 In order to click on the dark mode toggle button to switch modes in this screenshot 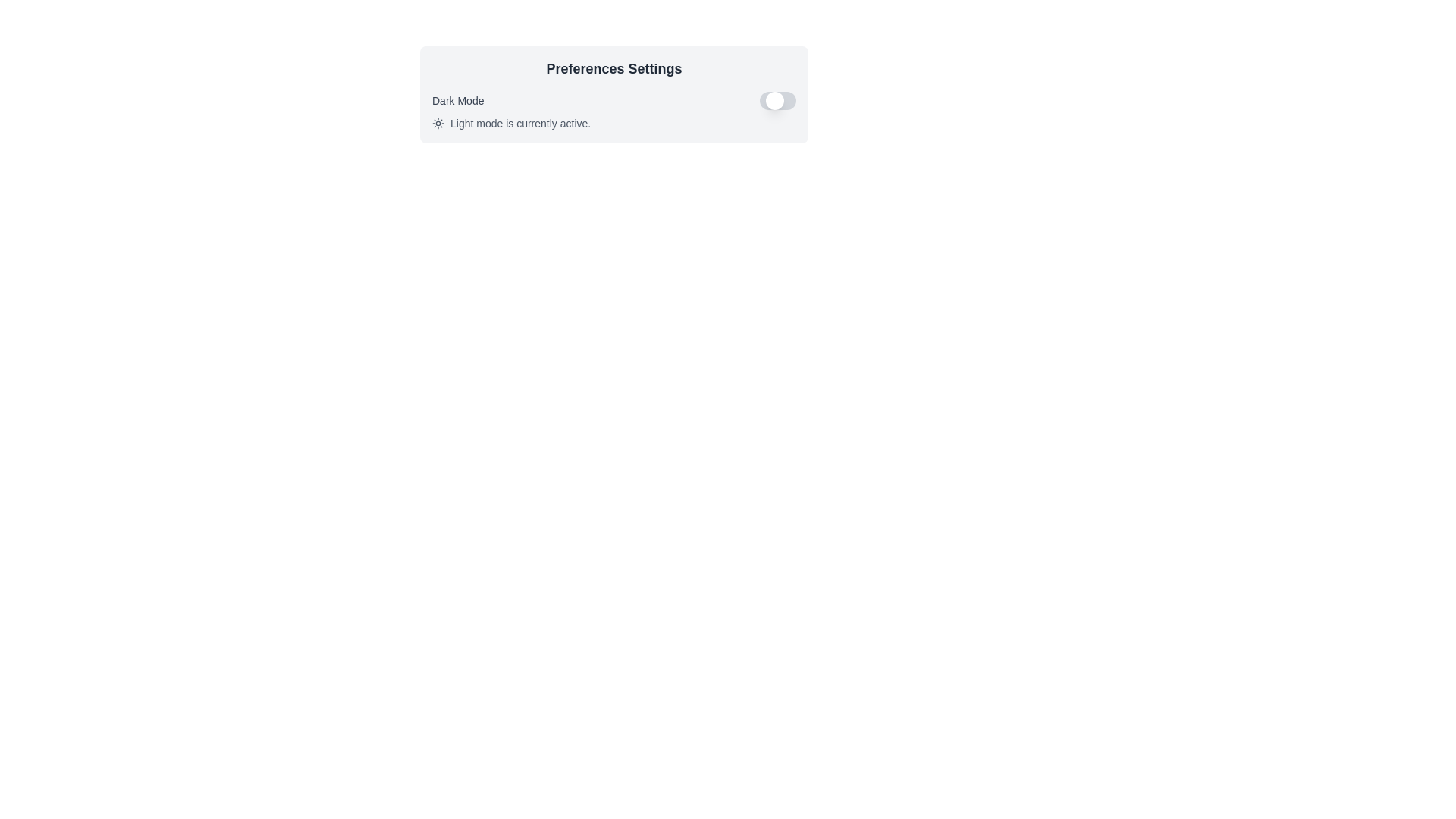, I will do `click(778, 100)`.